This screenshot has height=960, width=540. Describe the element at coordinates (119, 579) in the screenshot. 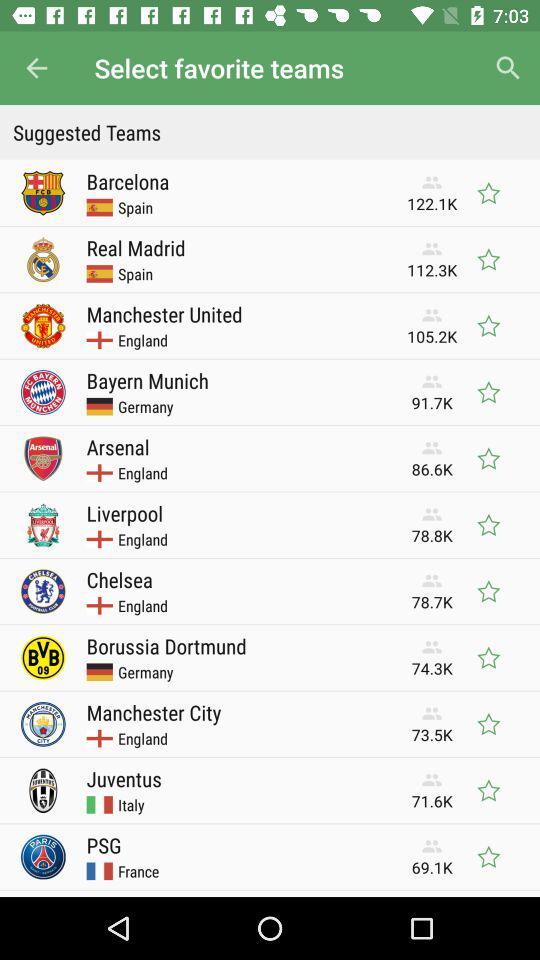

I see `the item next to 78.7k icon` at that location.